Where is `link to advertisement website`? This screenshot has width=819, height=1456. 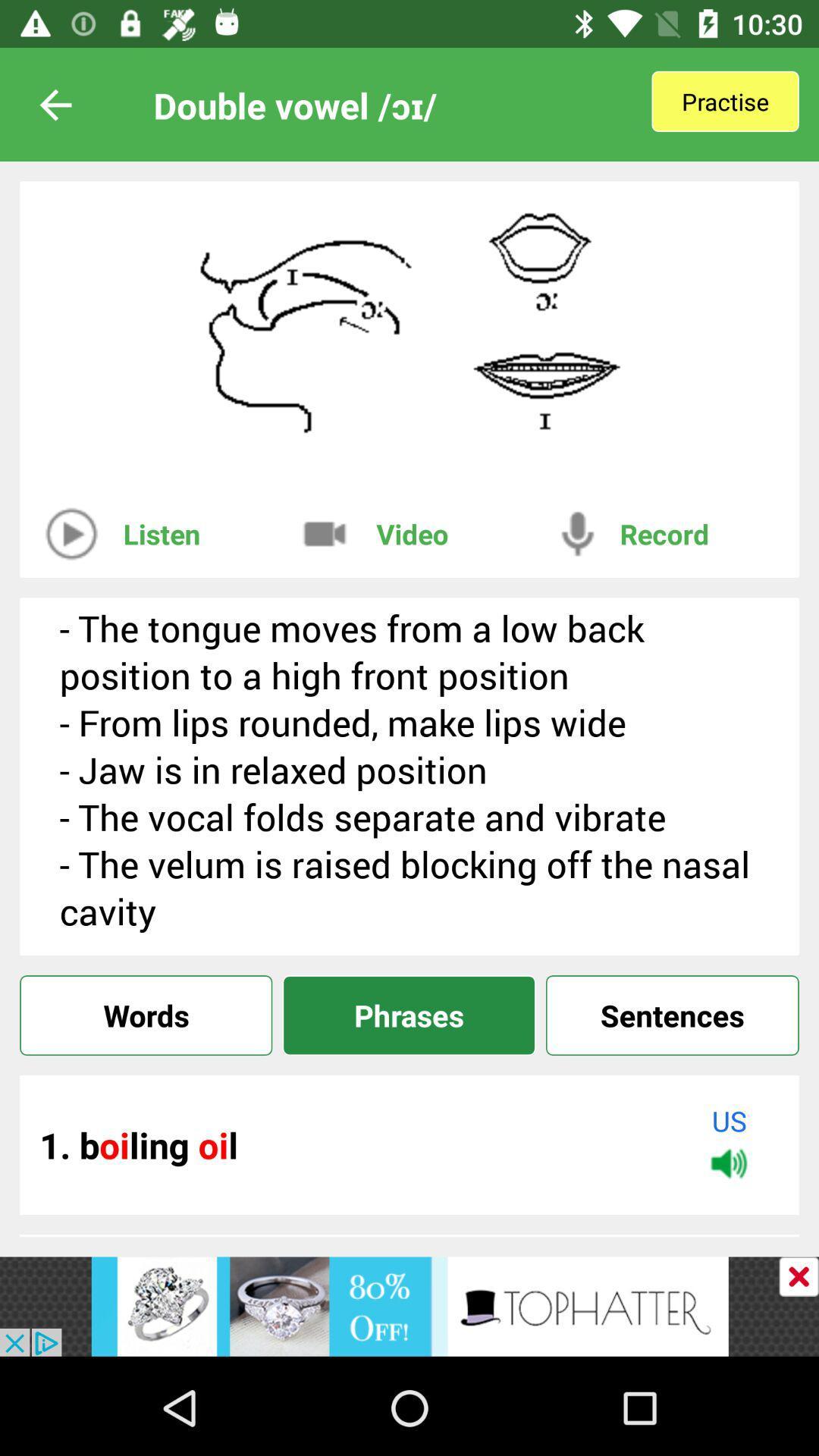
link to advertisement website is located at coordinates (409, 1306).